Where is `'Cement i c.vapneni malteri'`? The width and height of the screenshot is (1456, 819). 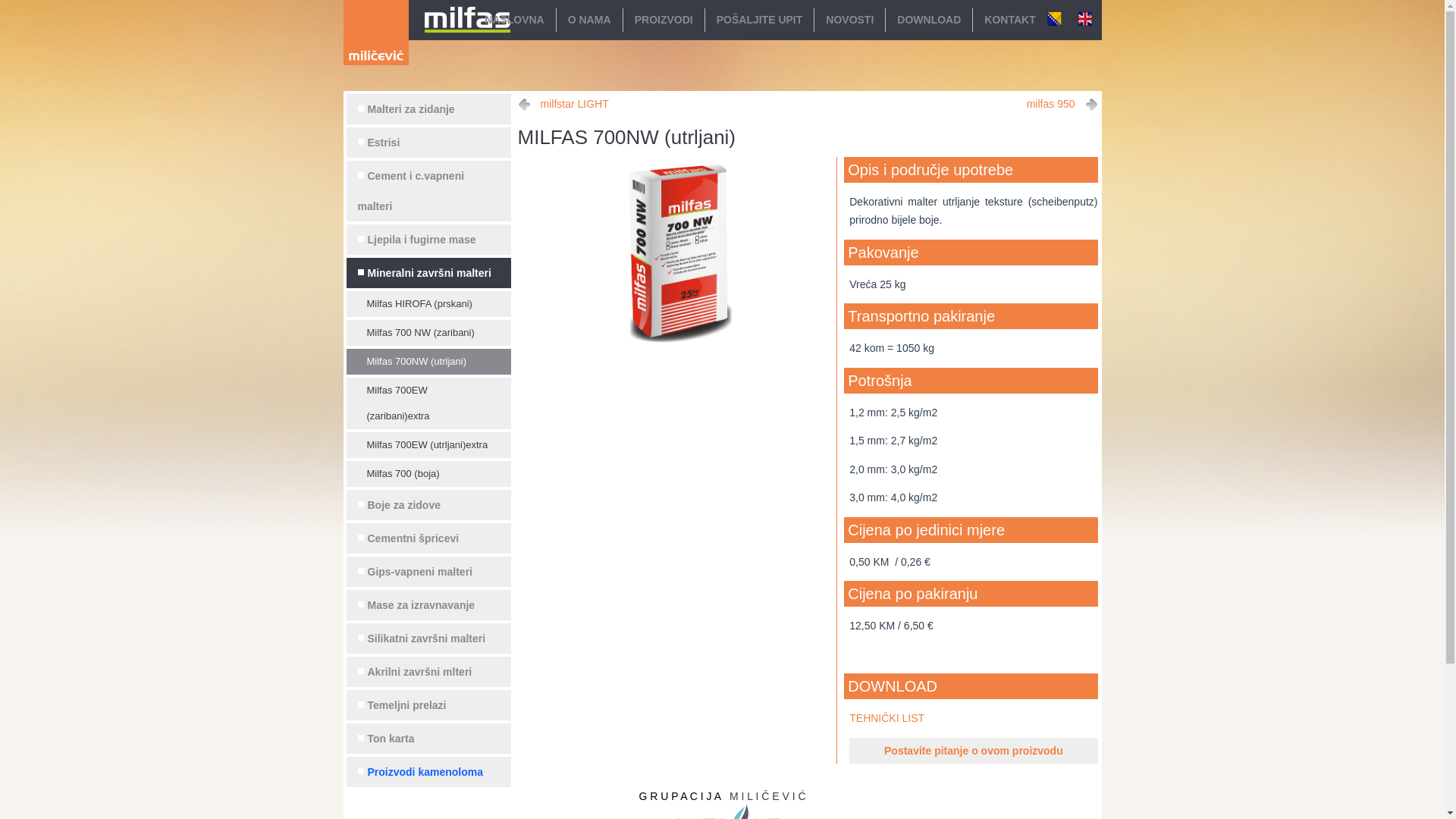 'Cement i c.vapneni malteri' is located at coordinates (427, 190).